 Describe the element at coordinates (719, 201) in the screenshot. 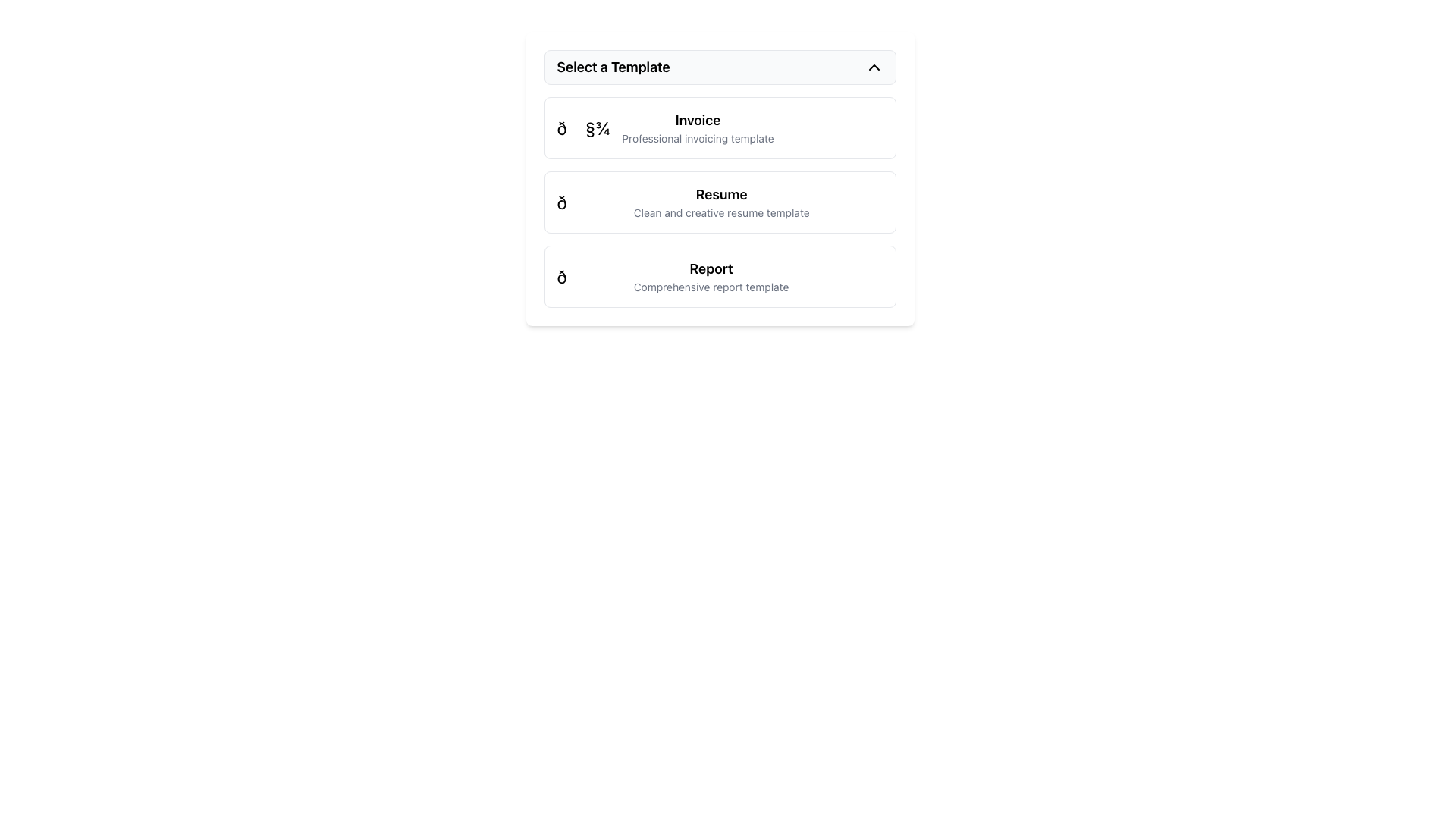

I see `the selectable 'Resume' template option located in the second position of the grid layout under the 'Select a Template' header` at that location.